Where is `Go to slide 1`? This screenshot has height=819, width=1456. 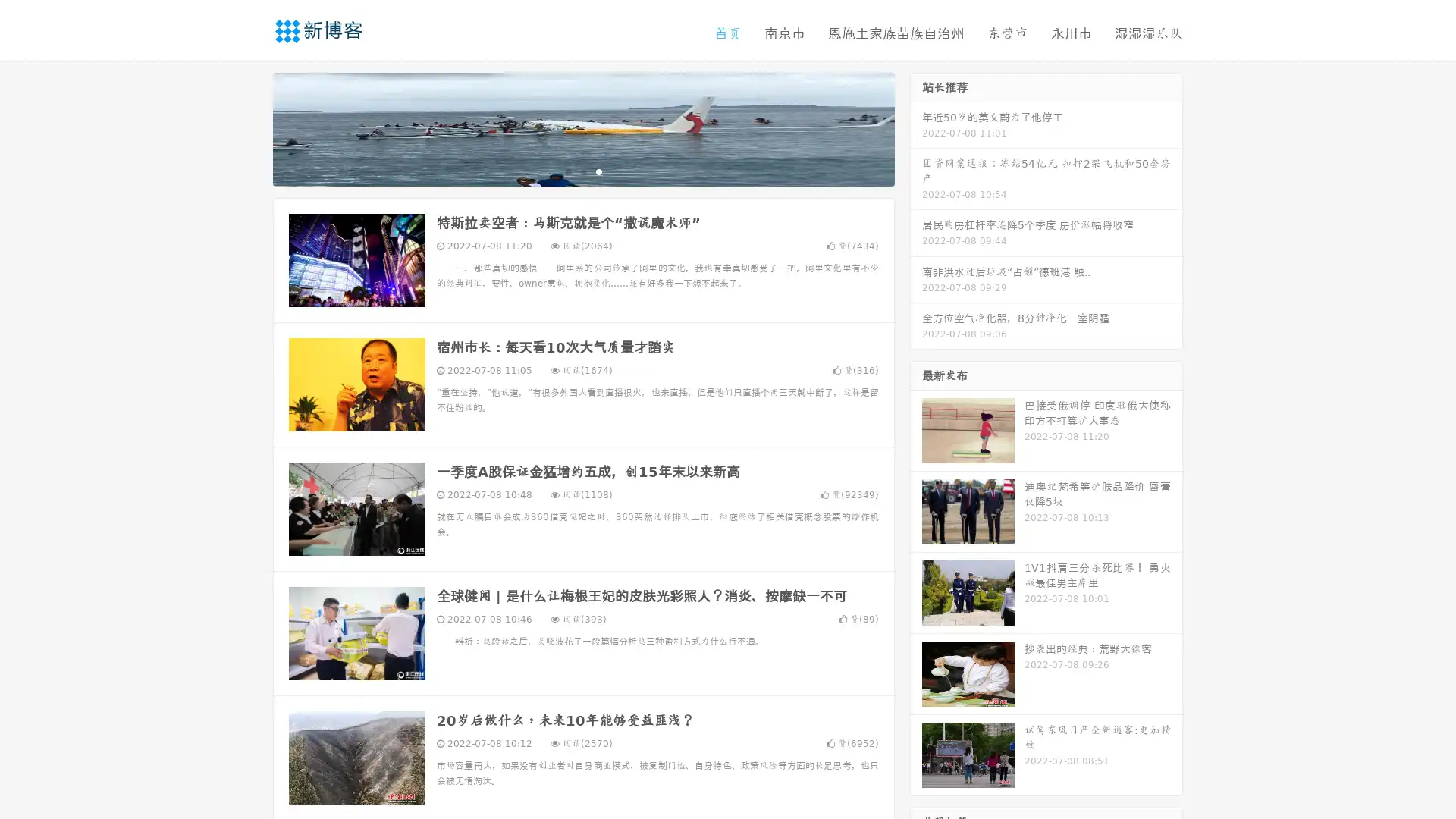
Go to slide 1 is located at coordinates (567, 171).